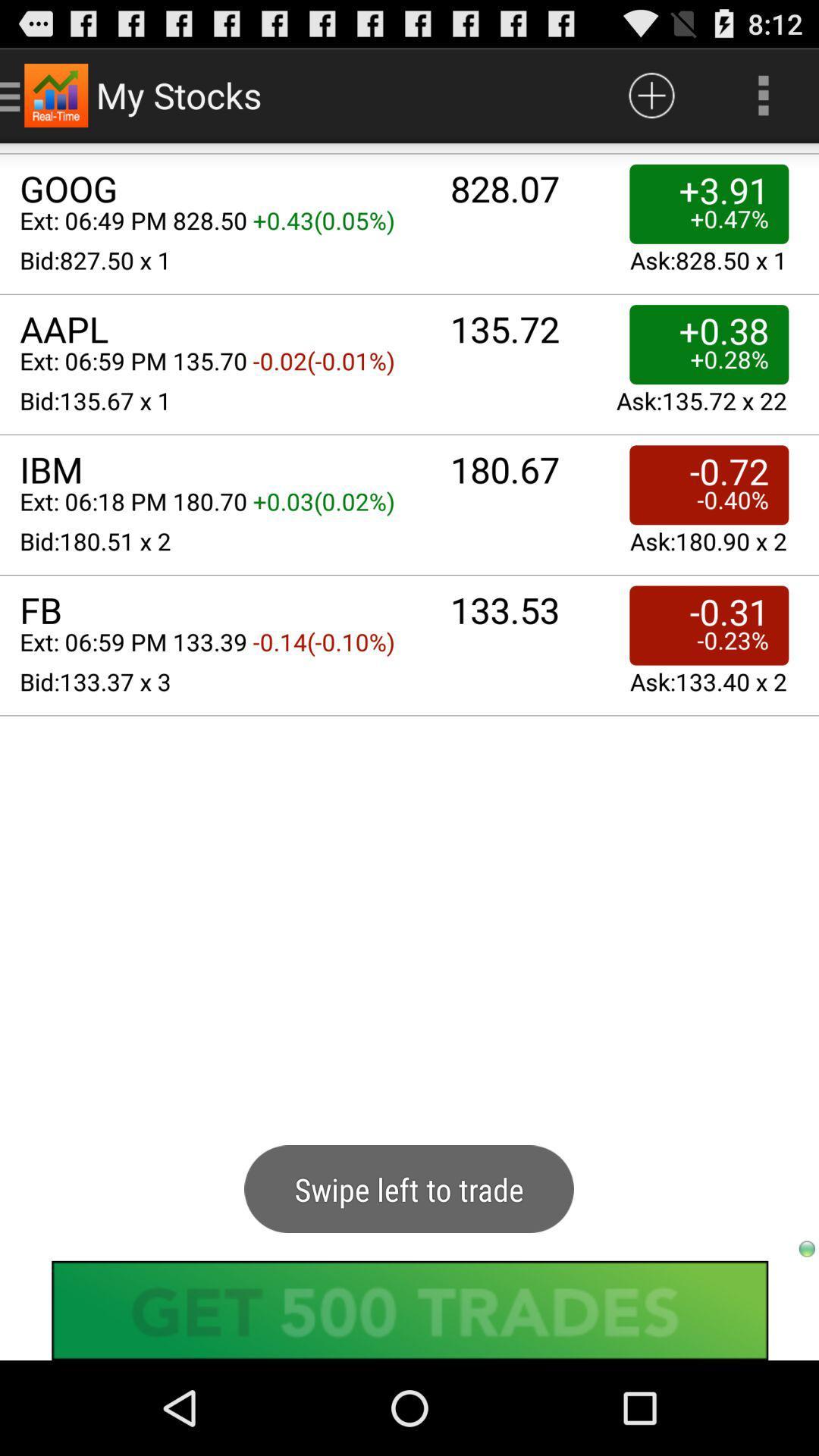 Image resolution: width=819 pixels, height=1456 pixels. I want to click on advertisement, so click(409, 1310).